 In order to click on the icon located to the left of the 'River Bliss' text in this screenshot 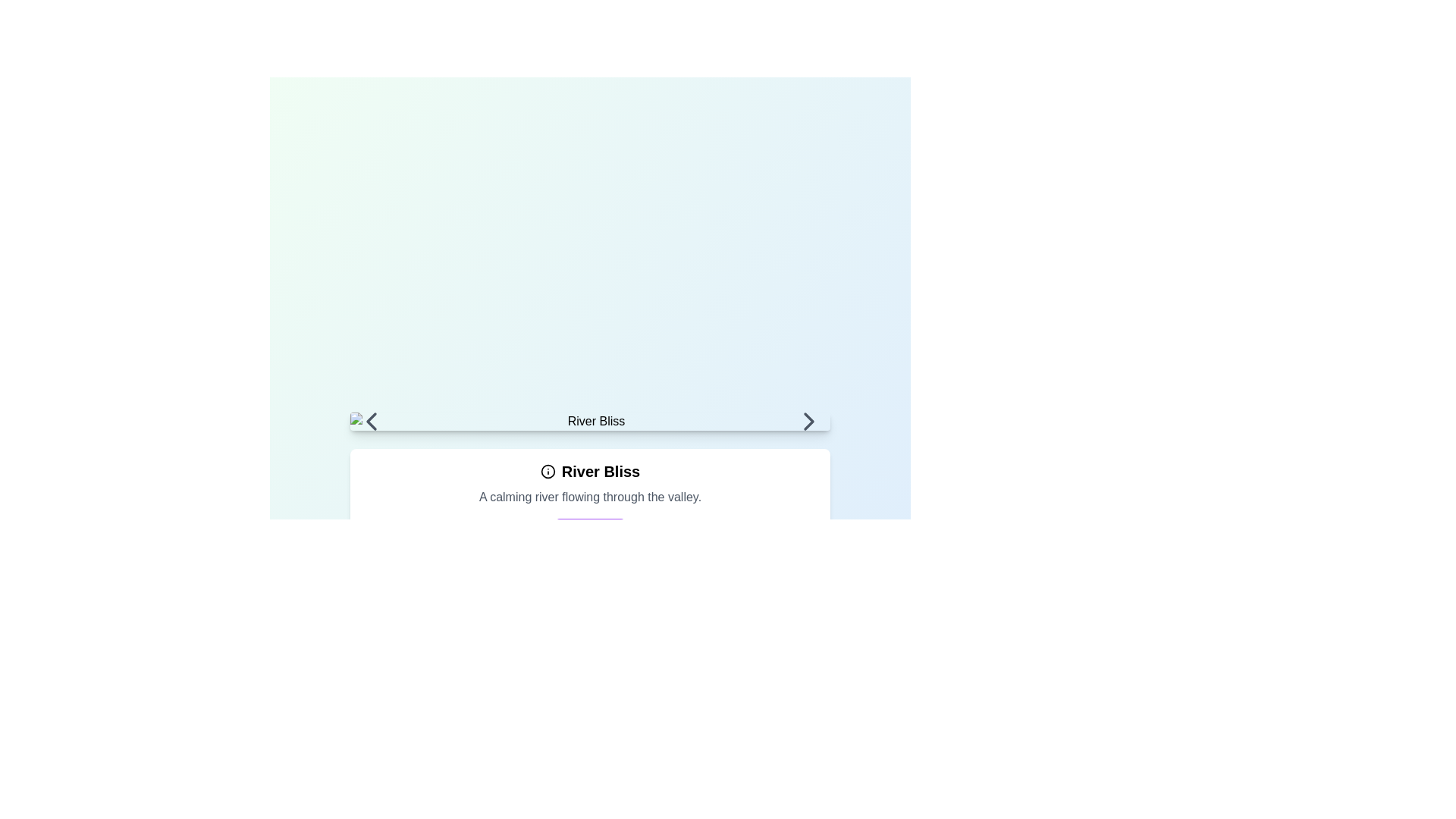, I will do `click(547, 470)`.